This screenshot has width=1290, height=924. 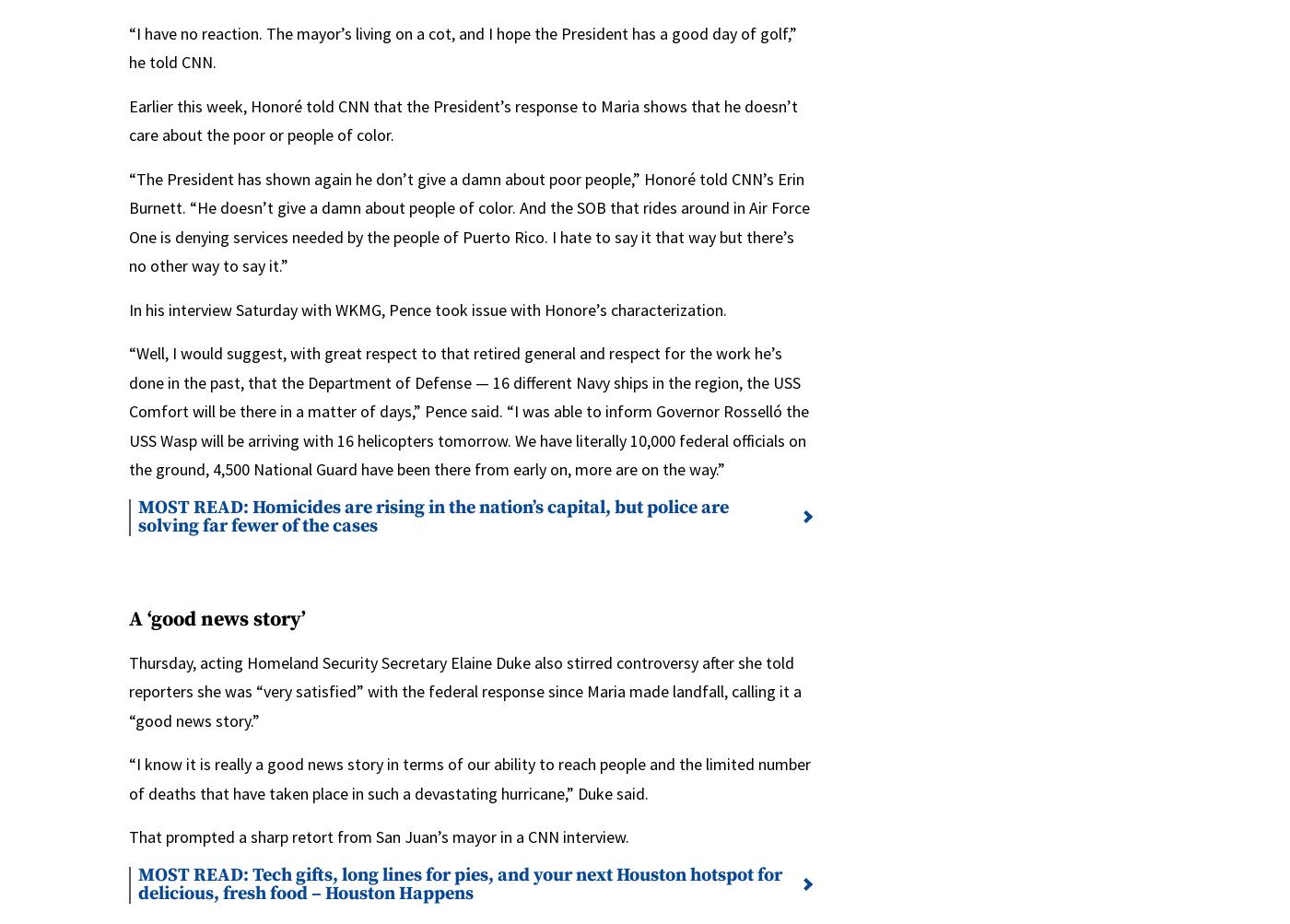 I want to click on 'In his interview Saturday with WKMG, Pence took issue with Honore’s characterization.', so click(x=427, y=308).